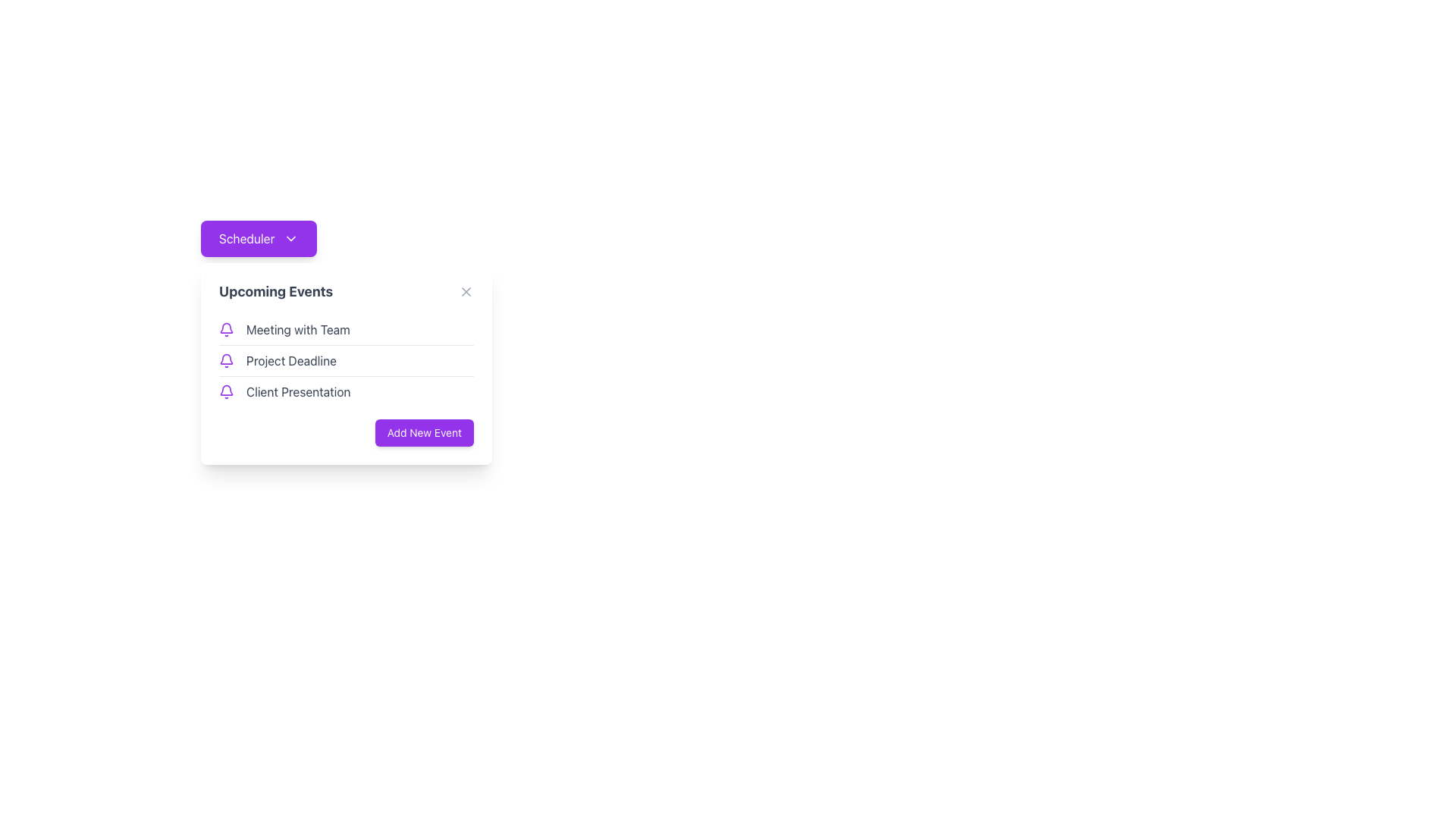 The height and width of the screenshot is (819, 1456). I want to click on the 'Client Presentation' text label, which is styled in gray and positioned, so click(298, 391).